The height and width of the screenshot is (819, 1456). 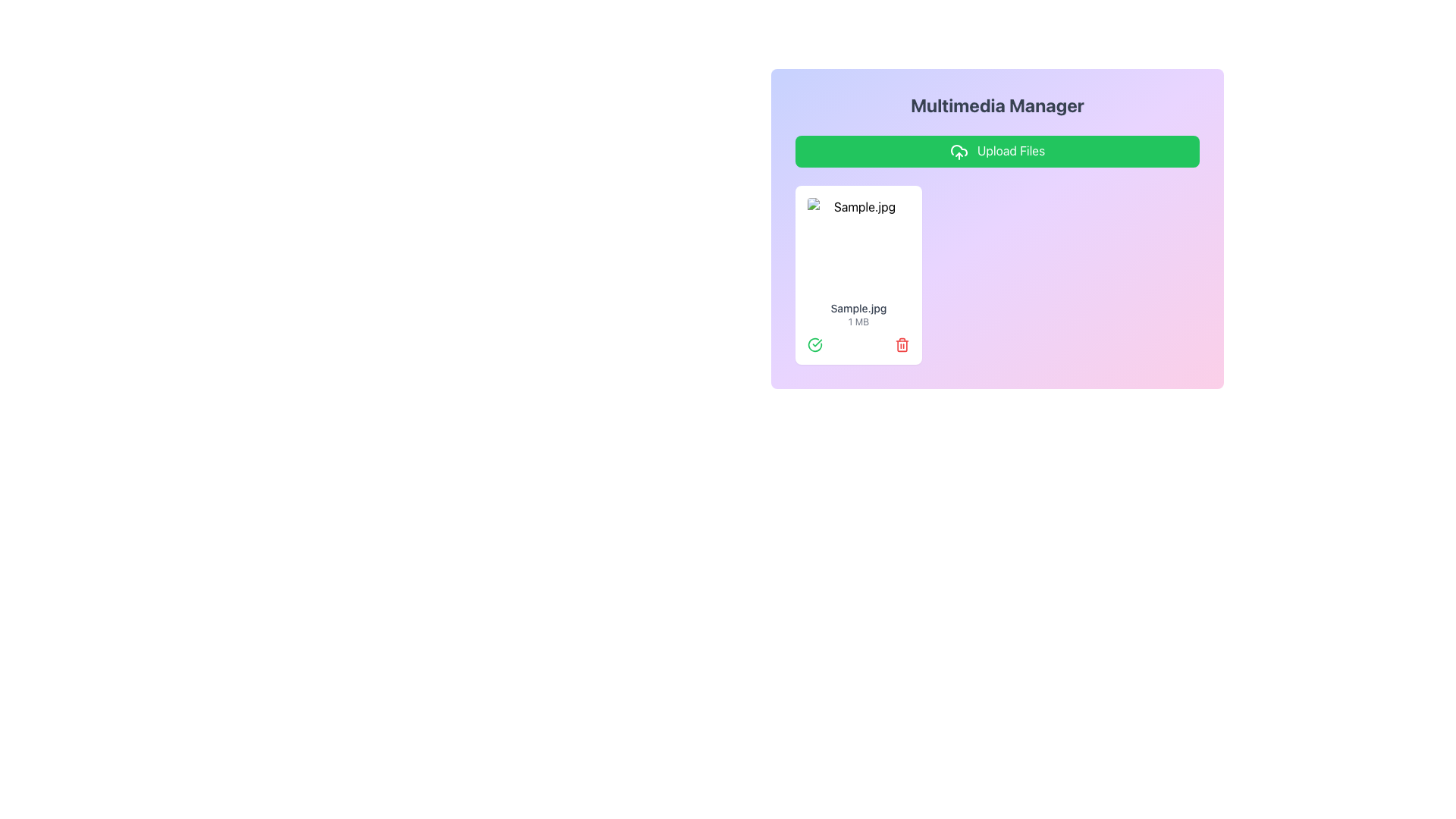 What do you see at coordinates (858, 275) in the screenshot?
I see `the File Card located` at bounding box center [858, 275].